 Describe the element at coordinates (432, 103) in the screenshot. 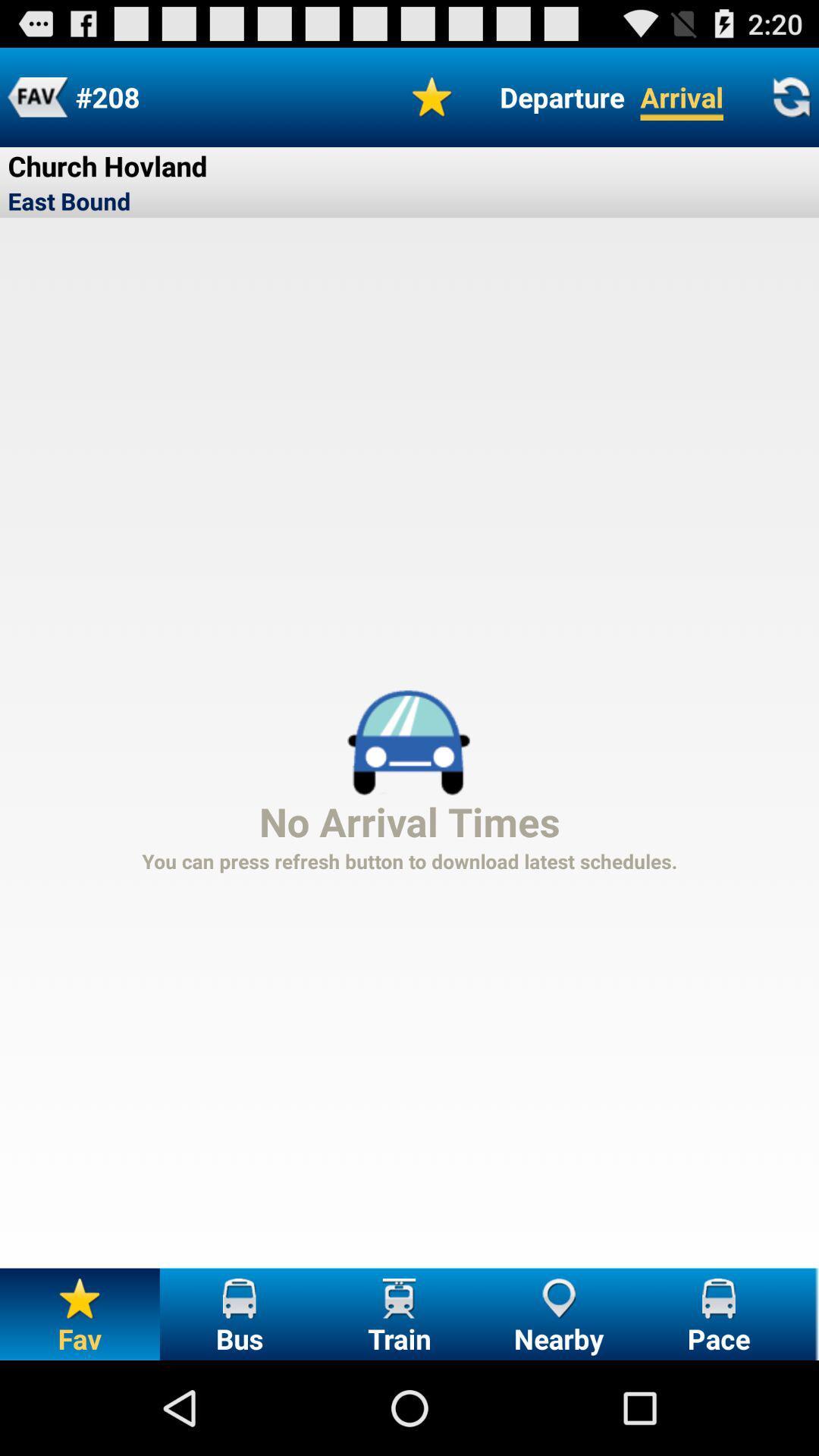

I see `the star icon` at that location.